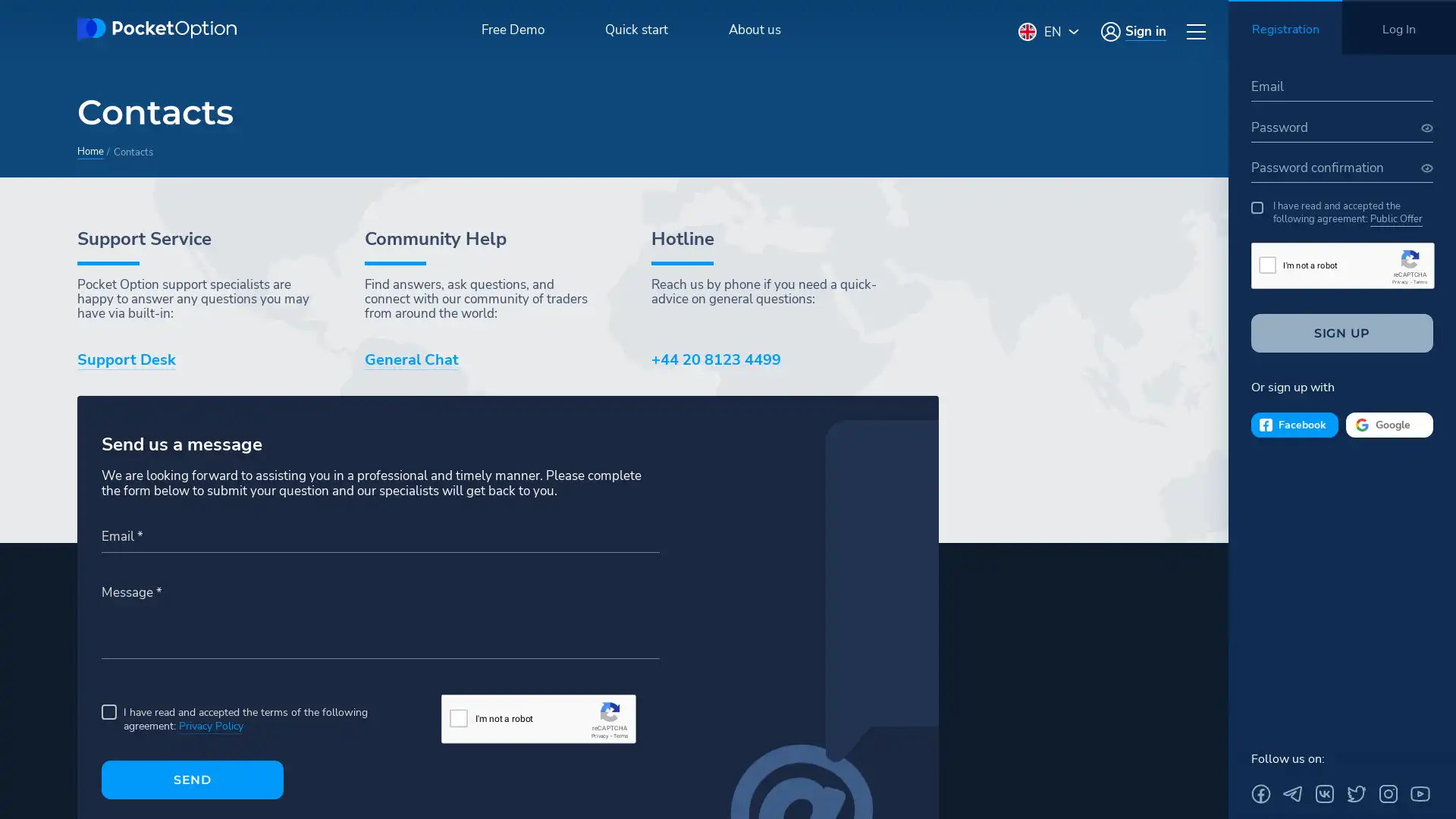 The width and height of the screenshot is (1456, 819). I want to click on SEND, so click(192, 779).